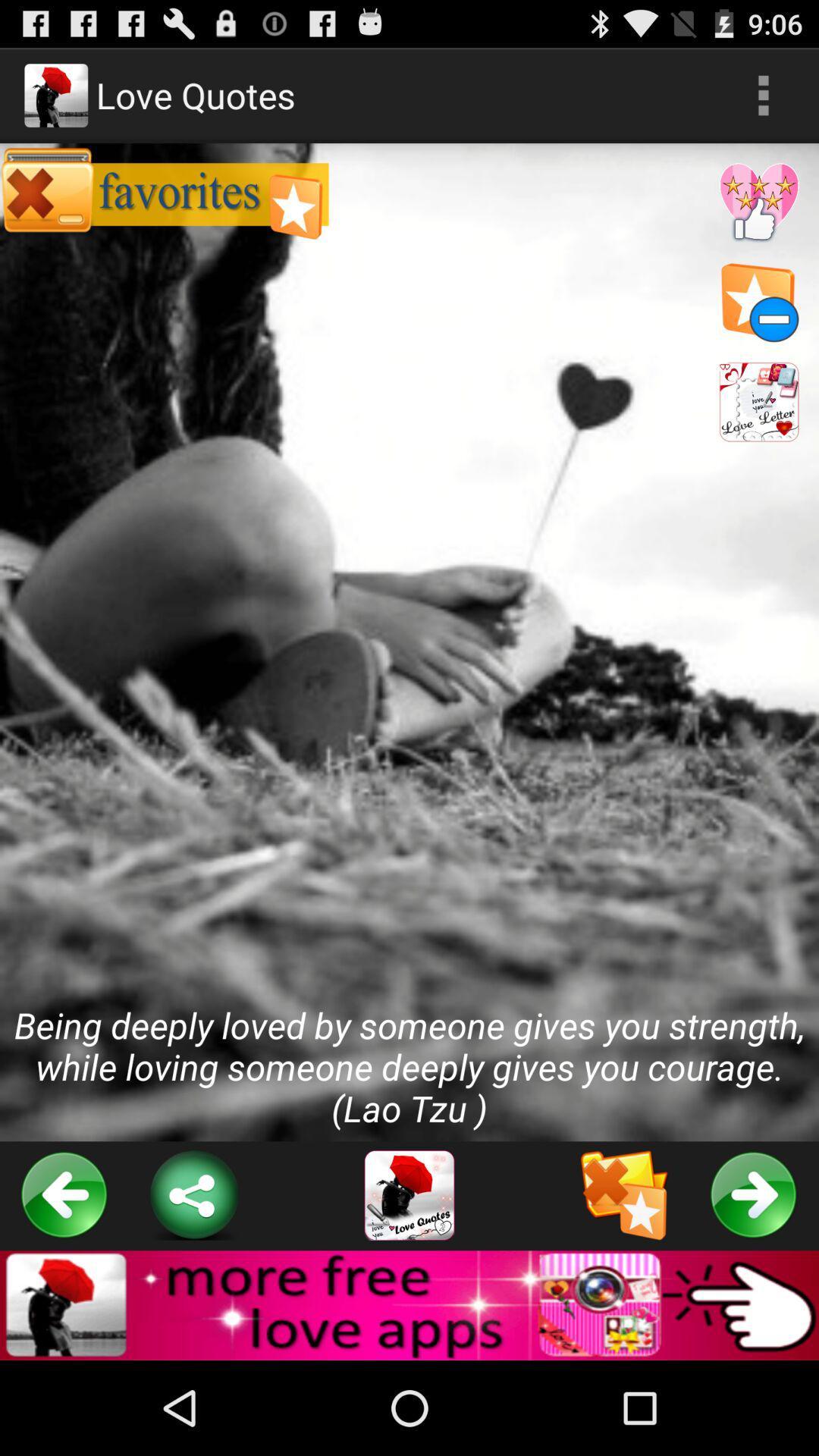 The height and width of the screenshot is (1456, 819). Describe the element at coordinates (759, 323) in the screenshot. I see `the star icon` at that location.